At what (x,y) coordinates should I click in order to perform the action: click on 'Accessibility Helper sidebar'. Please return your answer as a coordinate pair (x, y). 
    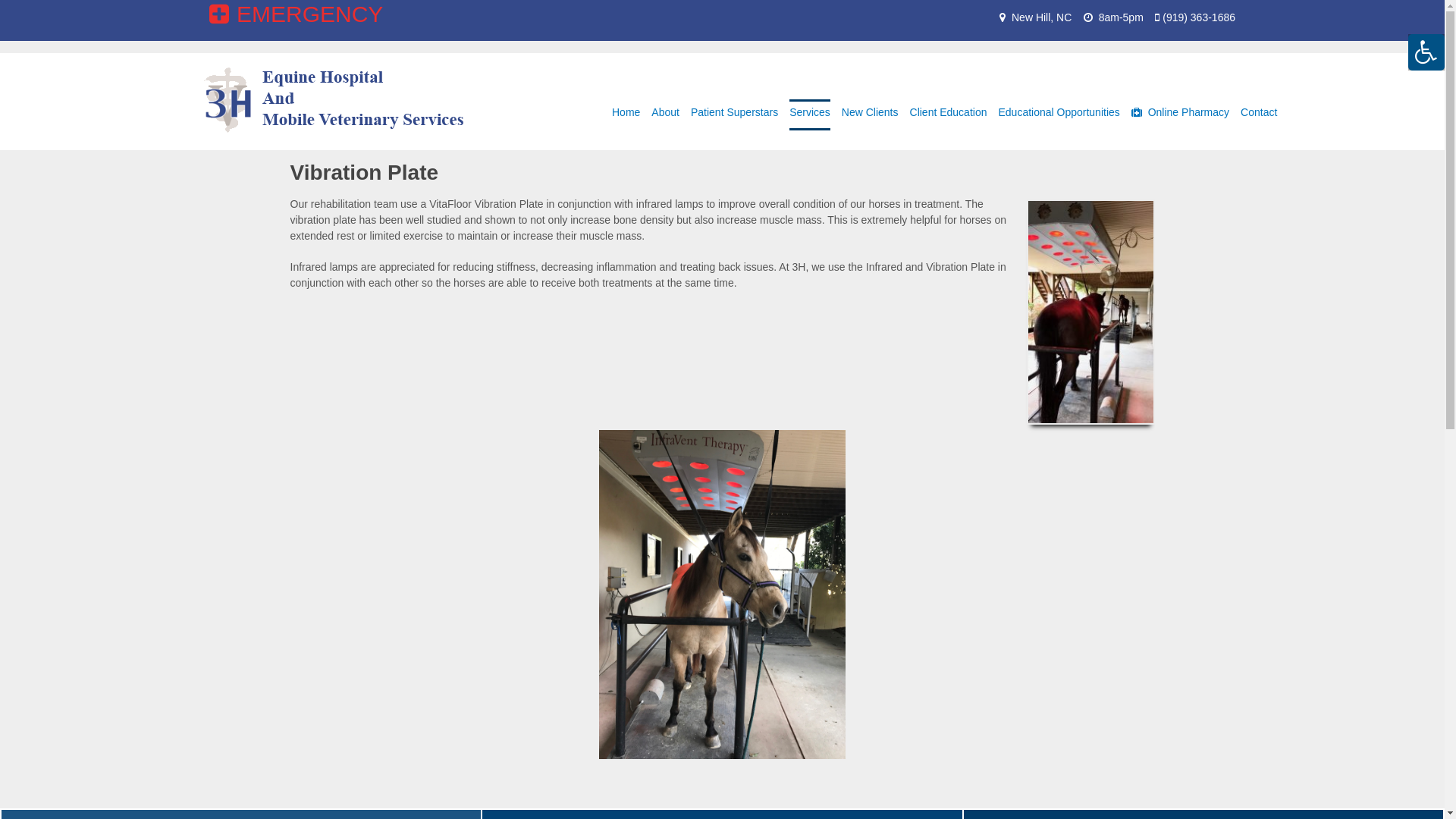
    Looking at the image, I should click on (1426, 52).